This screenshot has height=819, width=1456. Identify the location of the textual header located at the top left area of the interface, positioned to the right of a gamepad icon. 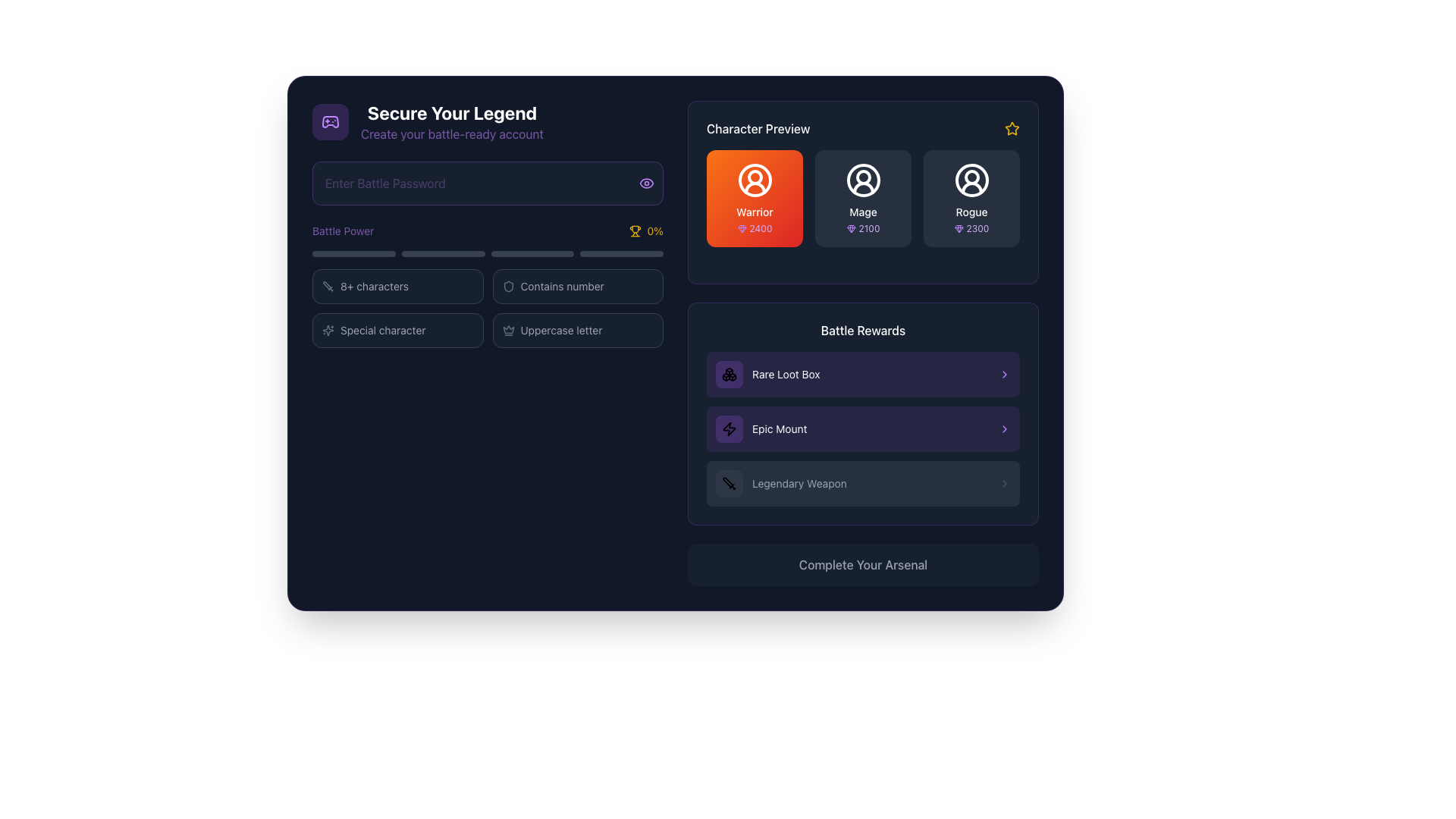
(451, 121).